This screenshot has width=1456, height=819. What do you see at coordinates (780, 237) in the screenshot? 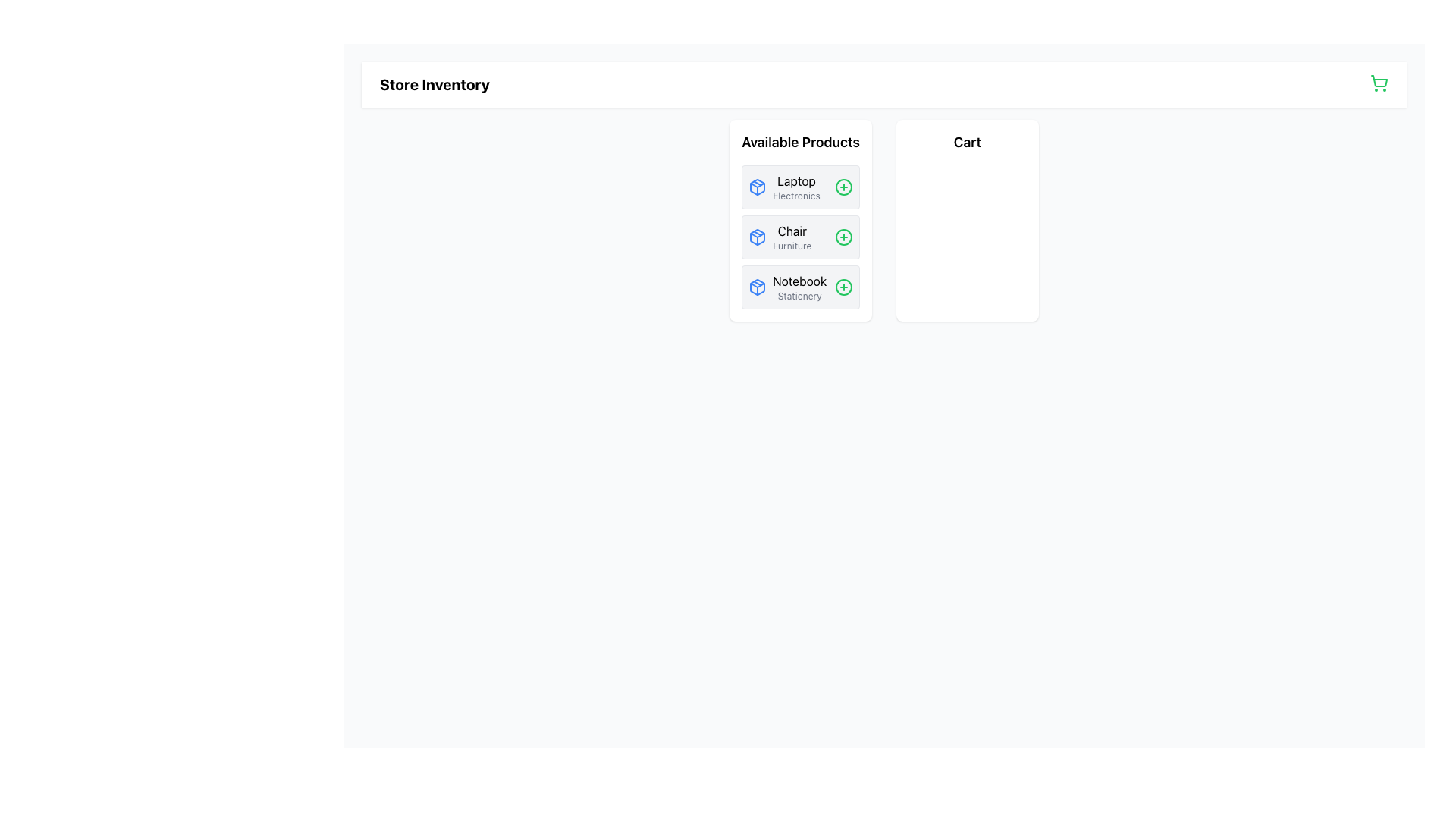
I see `the second Card component in the 'Available Products' section, which features a blue package icon and the text 'Chair' with 'Furniture' underneath` at bounding box center [780, 237].